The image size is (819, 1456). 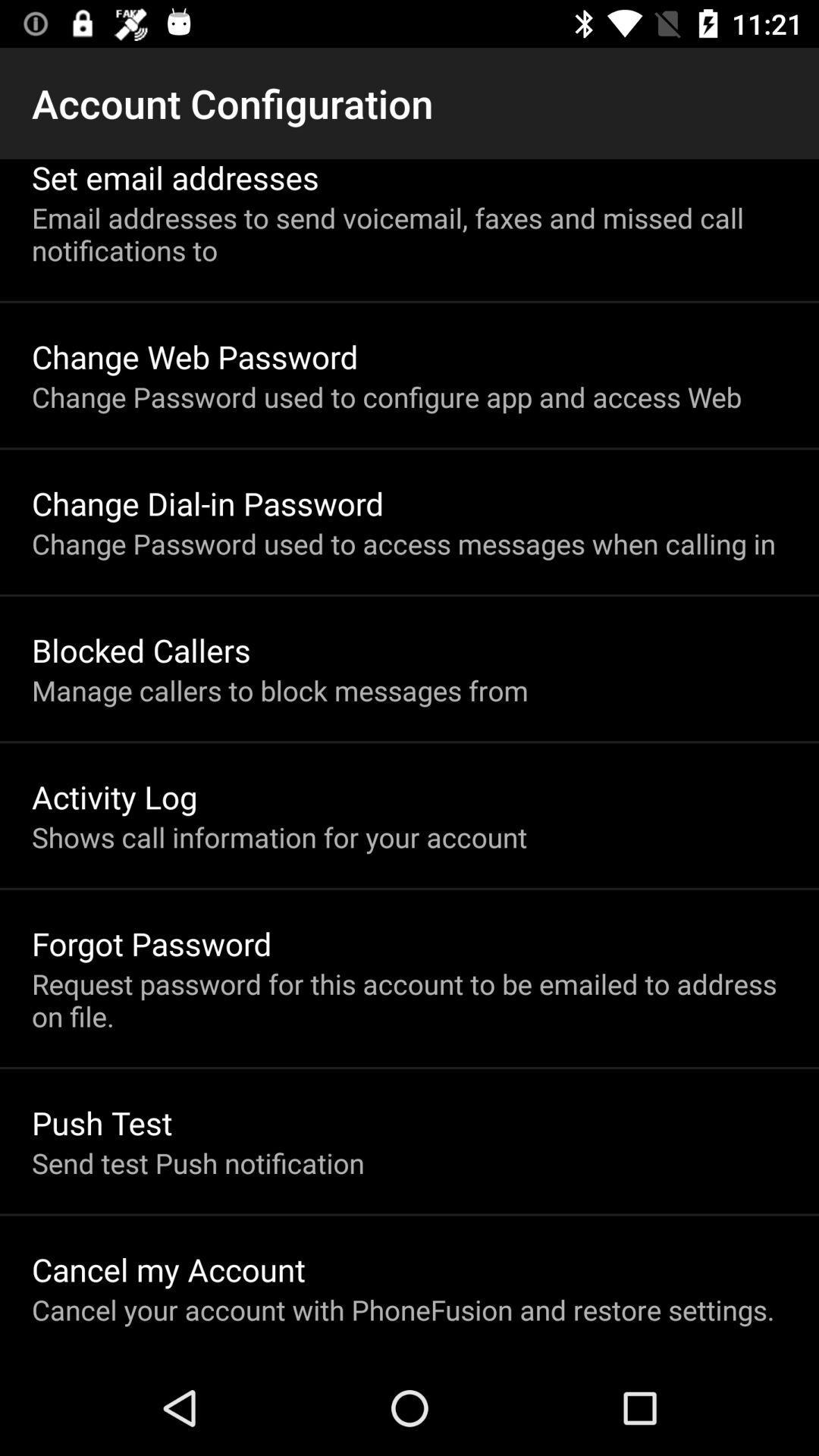 What do you see at coordinates (141, 650) in the screenshot?
I see `blocked callers app` at bounding box center [141, 650].